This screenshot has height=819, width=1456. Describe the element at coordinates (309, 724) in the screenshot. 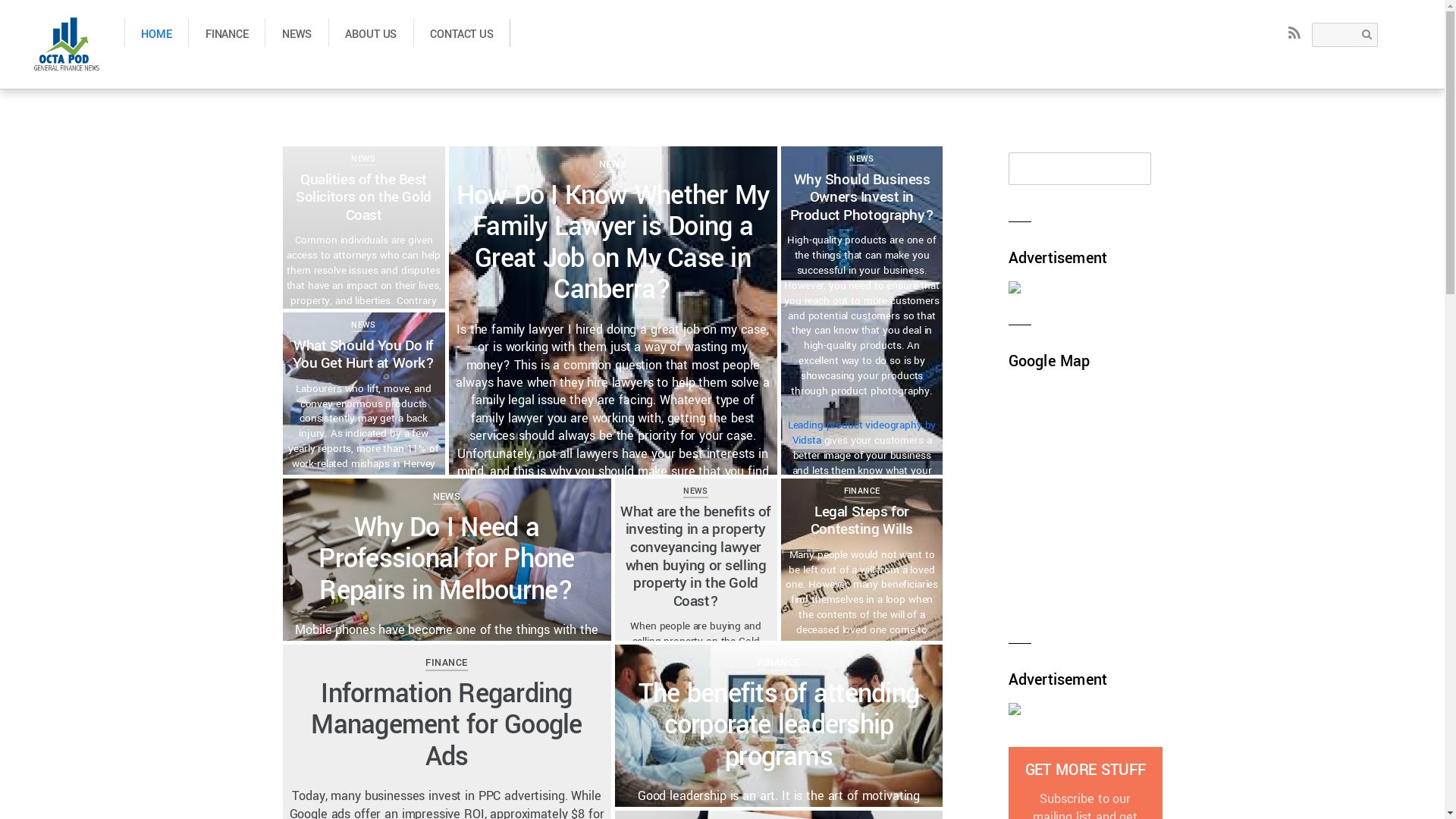

I see `'Information Regarding Management for Google Ads'` at that location.